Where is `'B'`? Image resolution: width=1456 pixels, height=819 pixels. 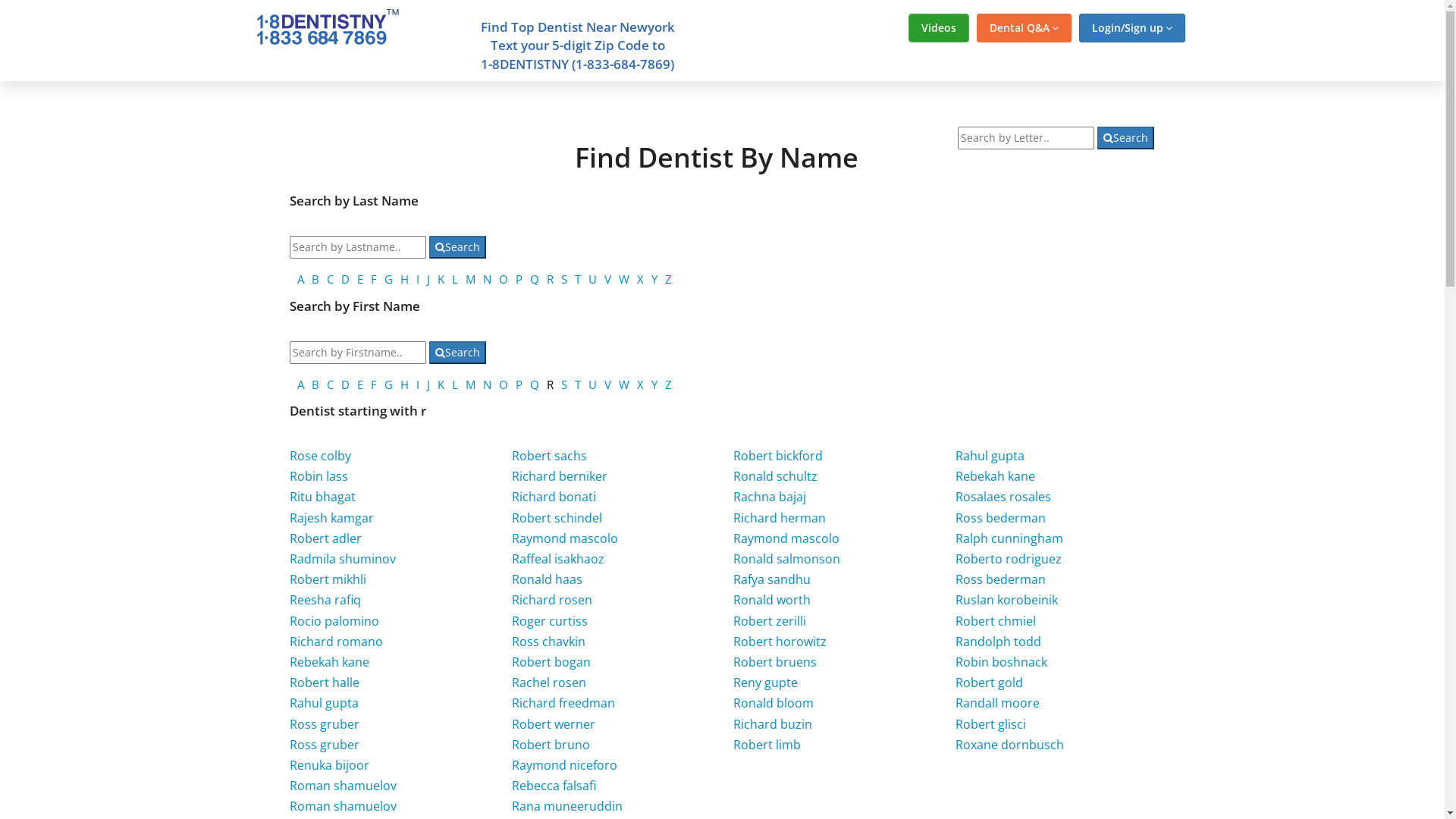
'B' is located at coordinates (315, 278).